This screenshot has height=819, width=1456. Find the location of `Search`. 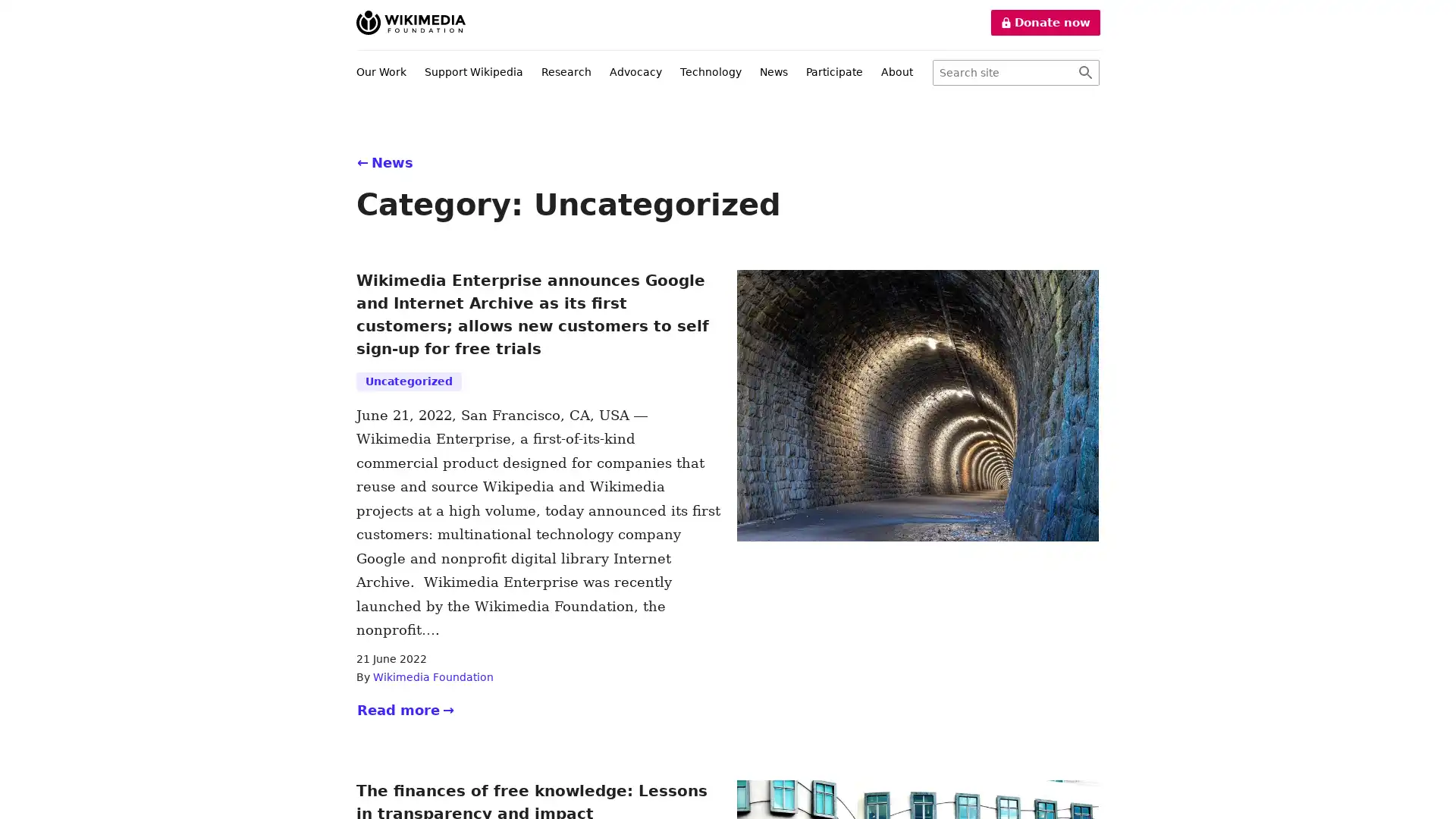

Search is located at coordinates (1084, 73).